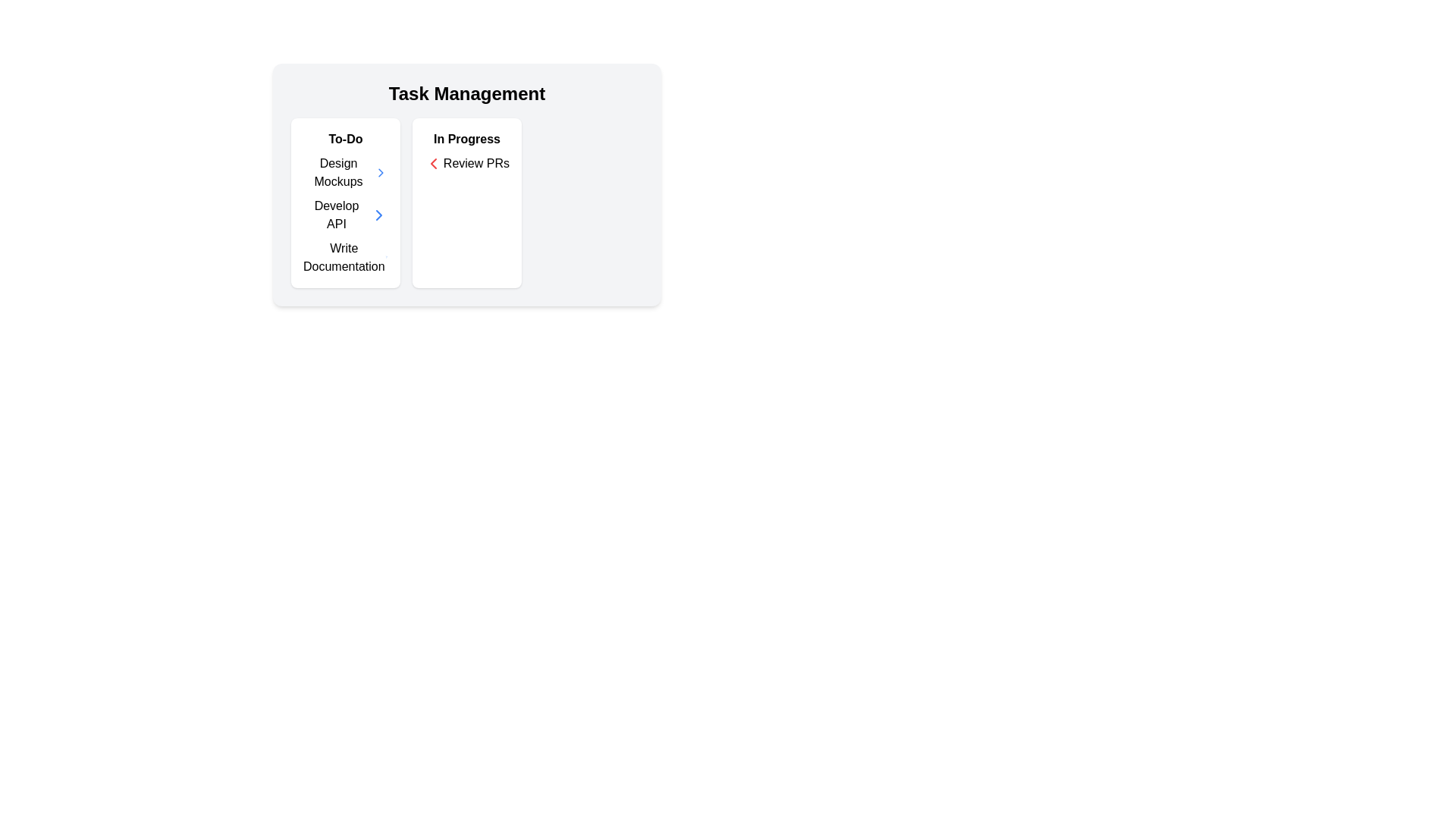 The width and height of the screenshot is (1456, 819). I want to click on the right-pointing chevron icon that appears next to the 'Develop API' text in the task card layout to change its color, so click(378, 215).